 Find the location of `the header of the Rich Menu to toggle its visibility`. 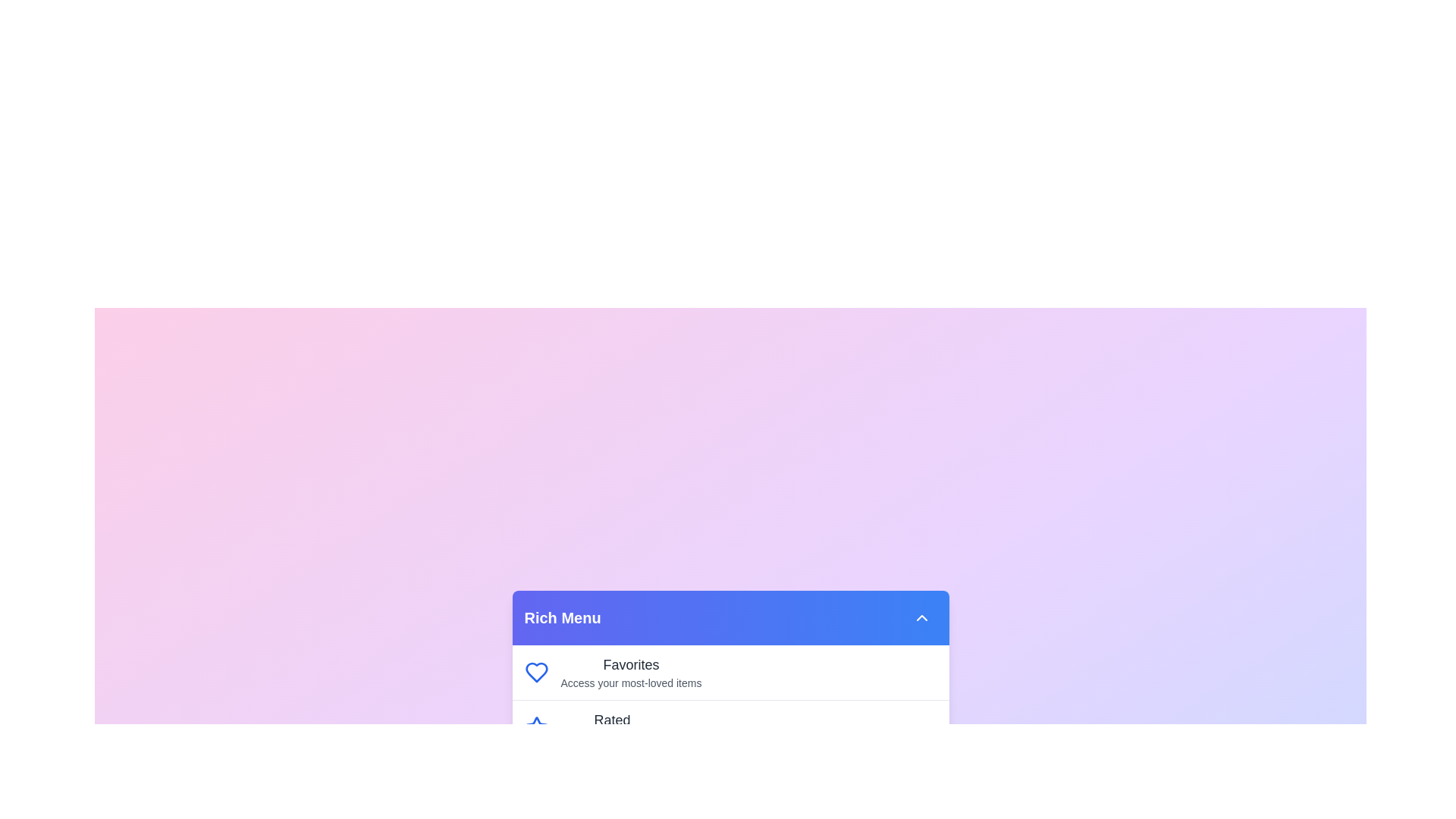

the header of the Rich Menu to toggle its visibility is located at coordinates (730, 617).